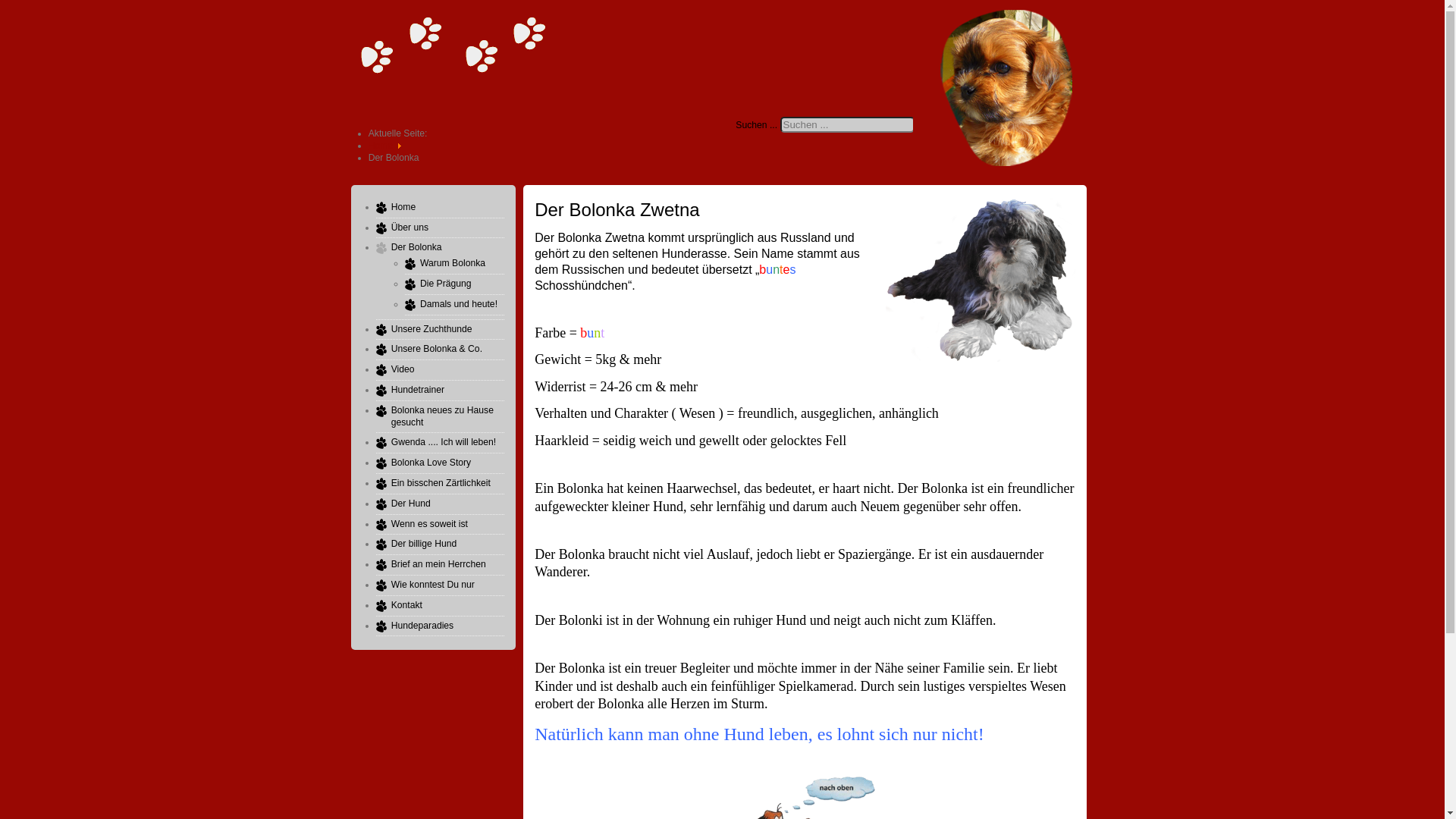  What do you see at coordinates (403, 369) in the screenshot?
I see `'Video'` at bounding box center [403, 369].